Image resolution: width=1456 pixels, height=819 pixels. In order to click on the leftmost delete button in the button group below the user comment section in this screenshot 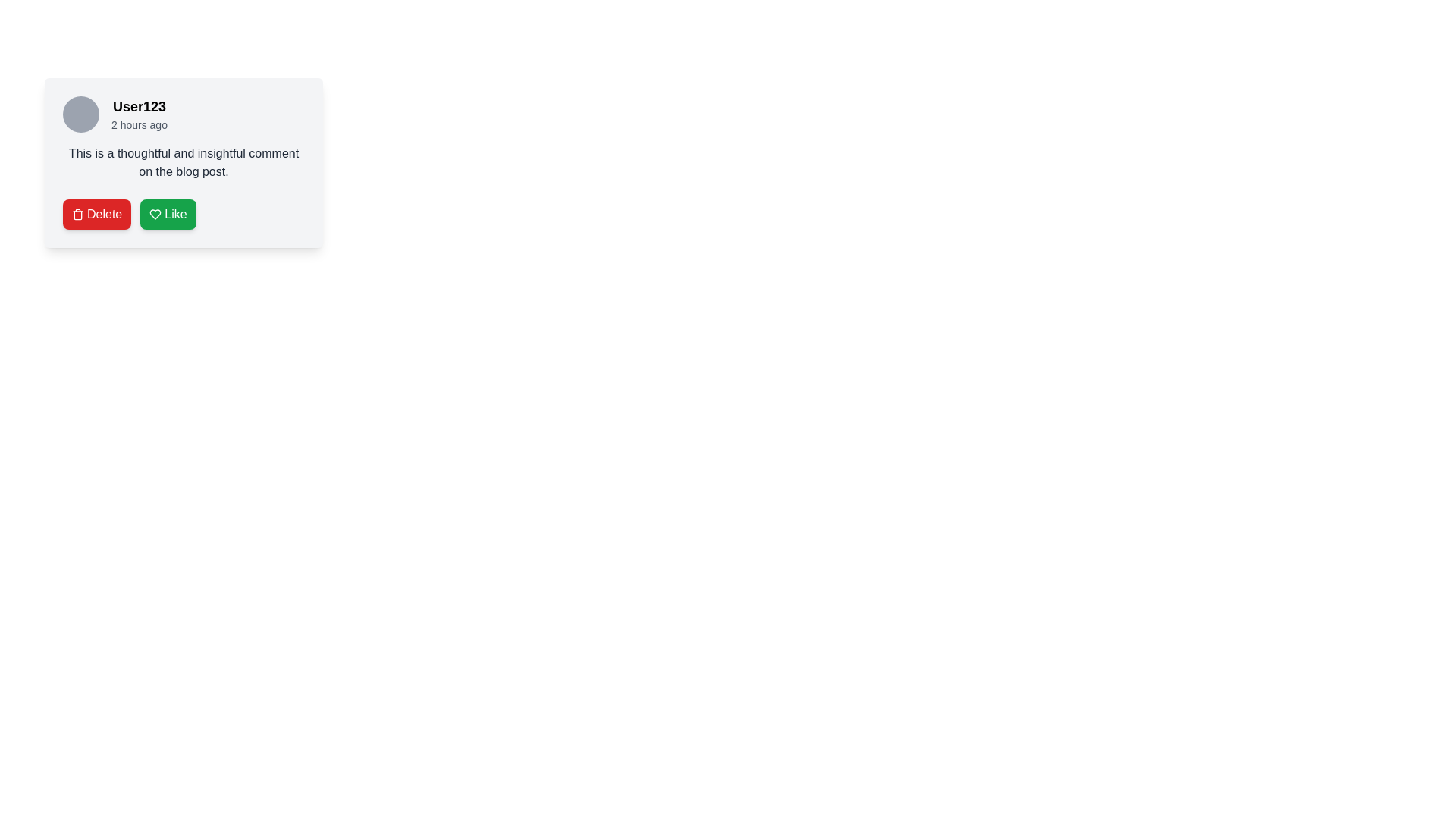, I will do `click(96, 214)`.